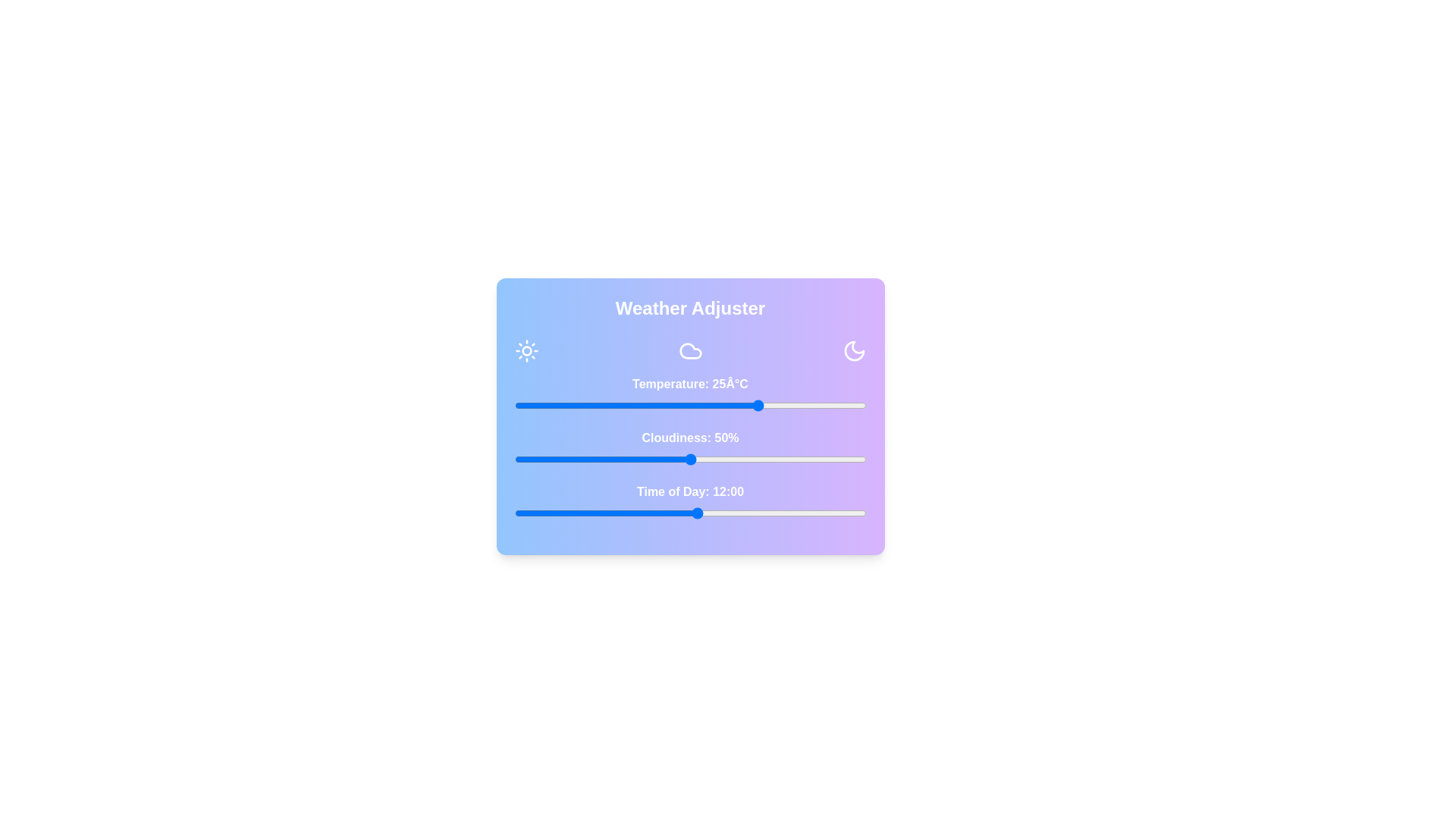 The image size is (1456, 819). Describe the element at coordinates (764, 458) in the screenshot. I see `the cloudiness percentage` at that location.